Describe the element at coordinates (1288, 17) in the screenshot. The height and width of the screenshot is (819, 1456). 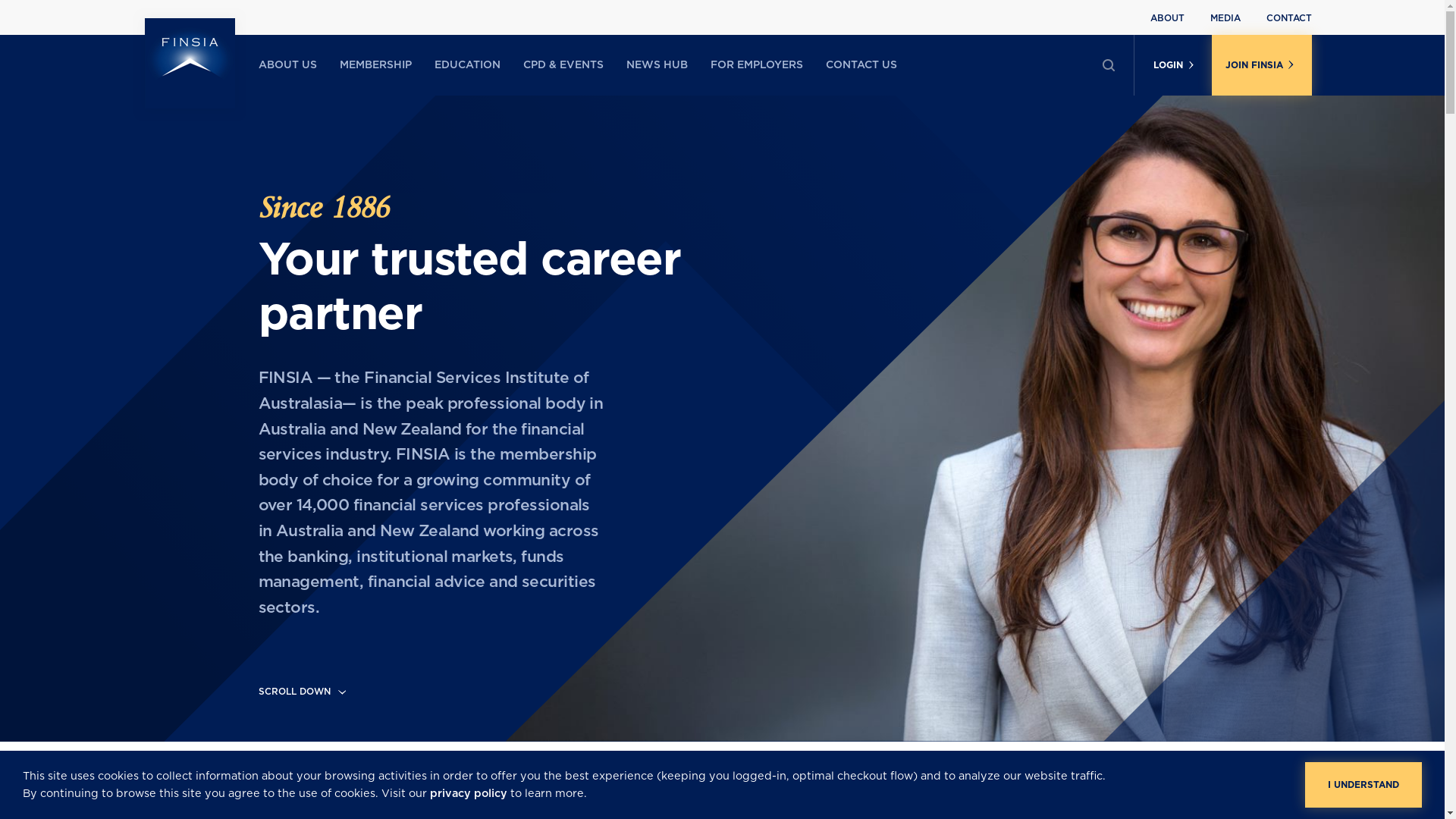
I see `'CONTACT'` at that location.